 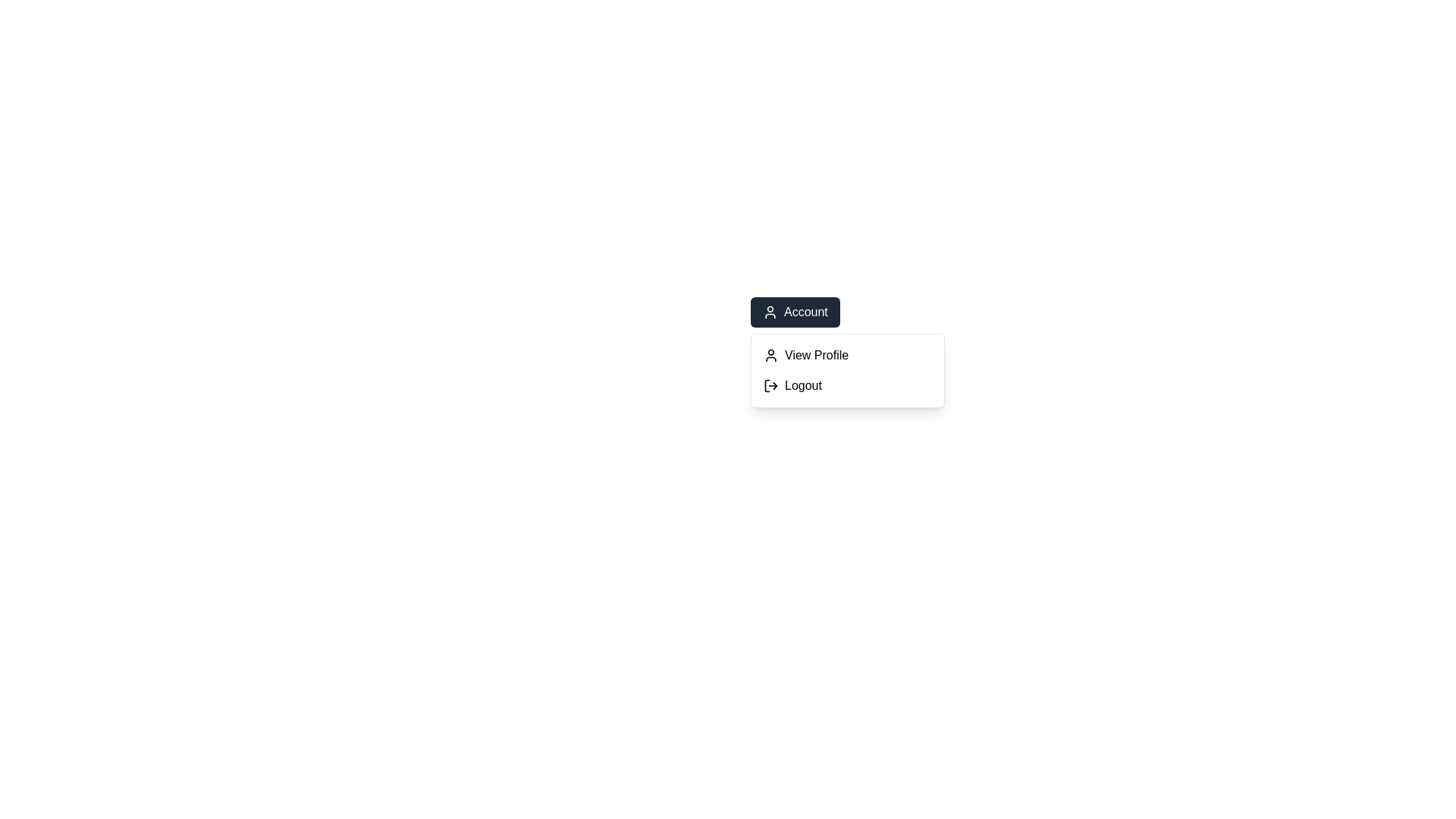 I want to click on the 'Account' button located at the top of the dropdown menu, which has a dark gray background and a user icon to the left of the text, so click(x=794, y=312).